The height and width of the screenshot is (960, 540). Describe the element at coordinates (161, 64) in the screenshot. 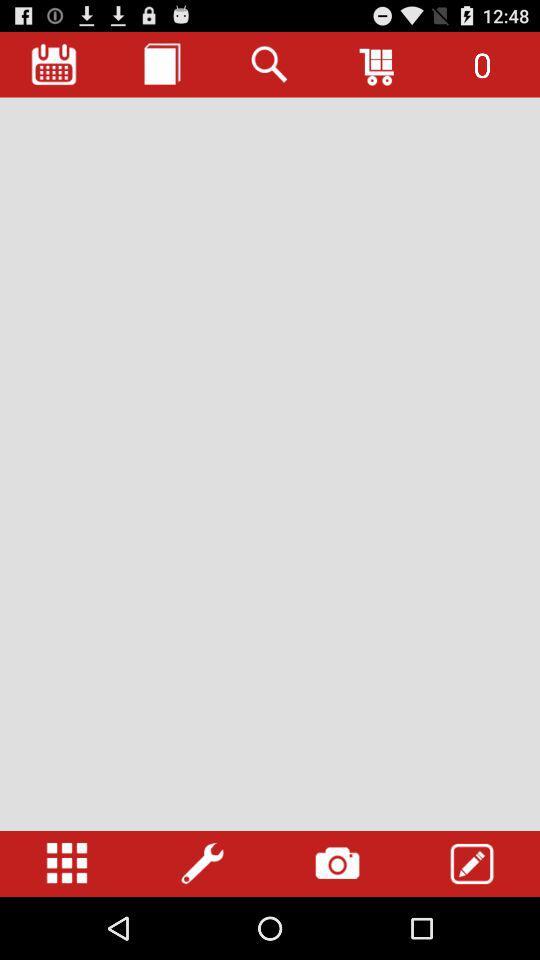

I see `new note` at that location.